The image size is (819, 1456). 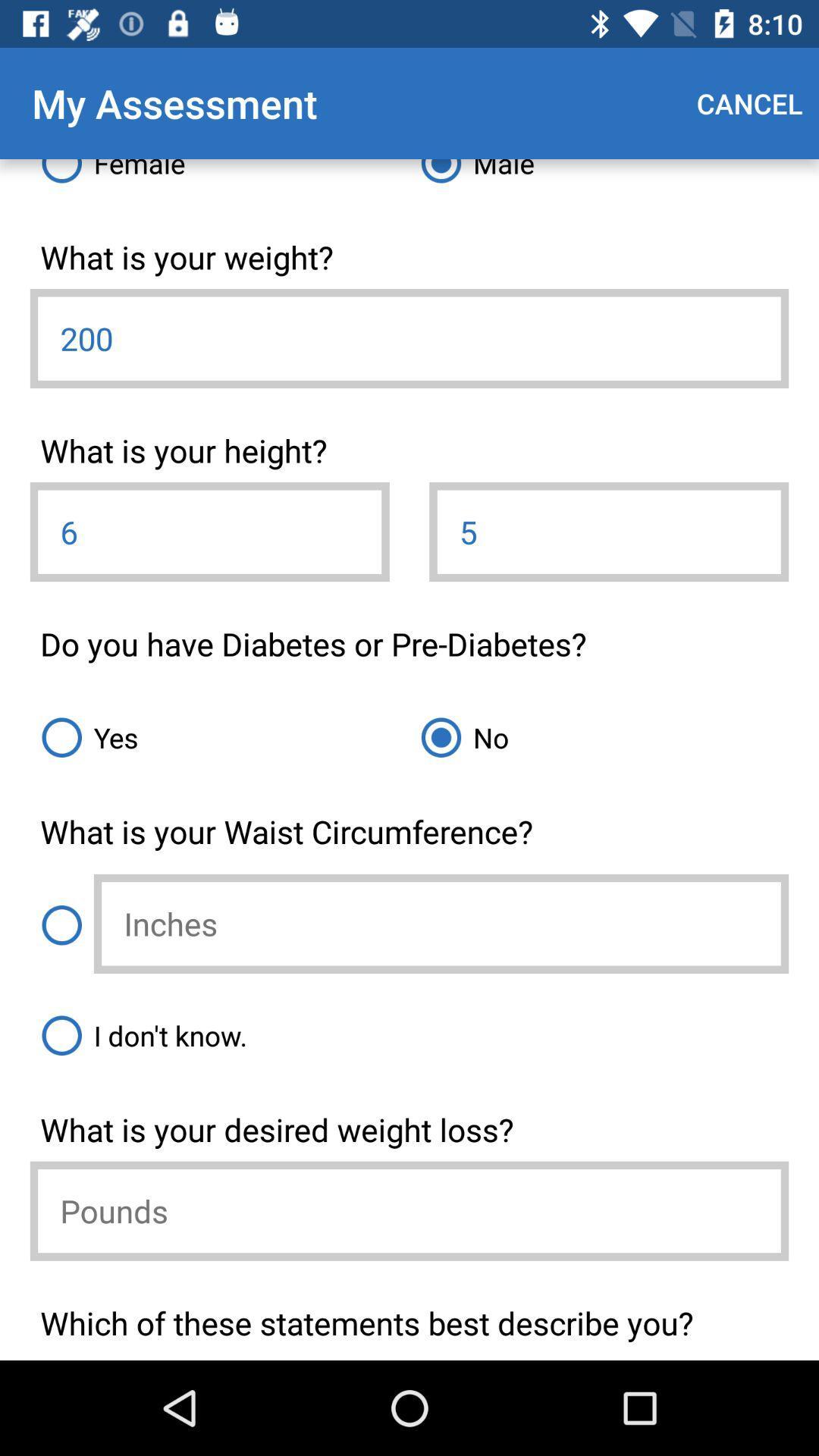 I want to click on the item above the what is your icon, so click(x=409, y=1034).